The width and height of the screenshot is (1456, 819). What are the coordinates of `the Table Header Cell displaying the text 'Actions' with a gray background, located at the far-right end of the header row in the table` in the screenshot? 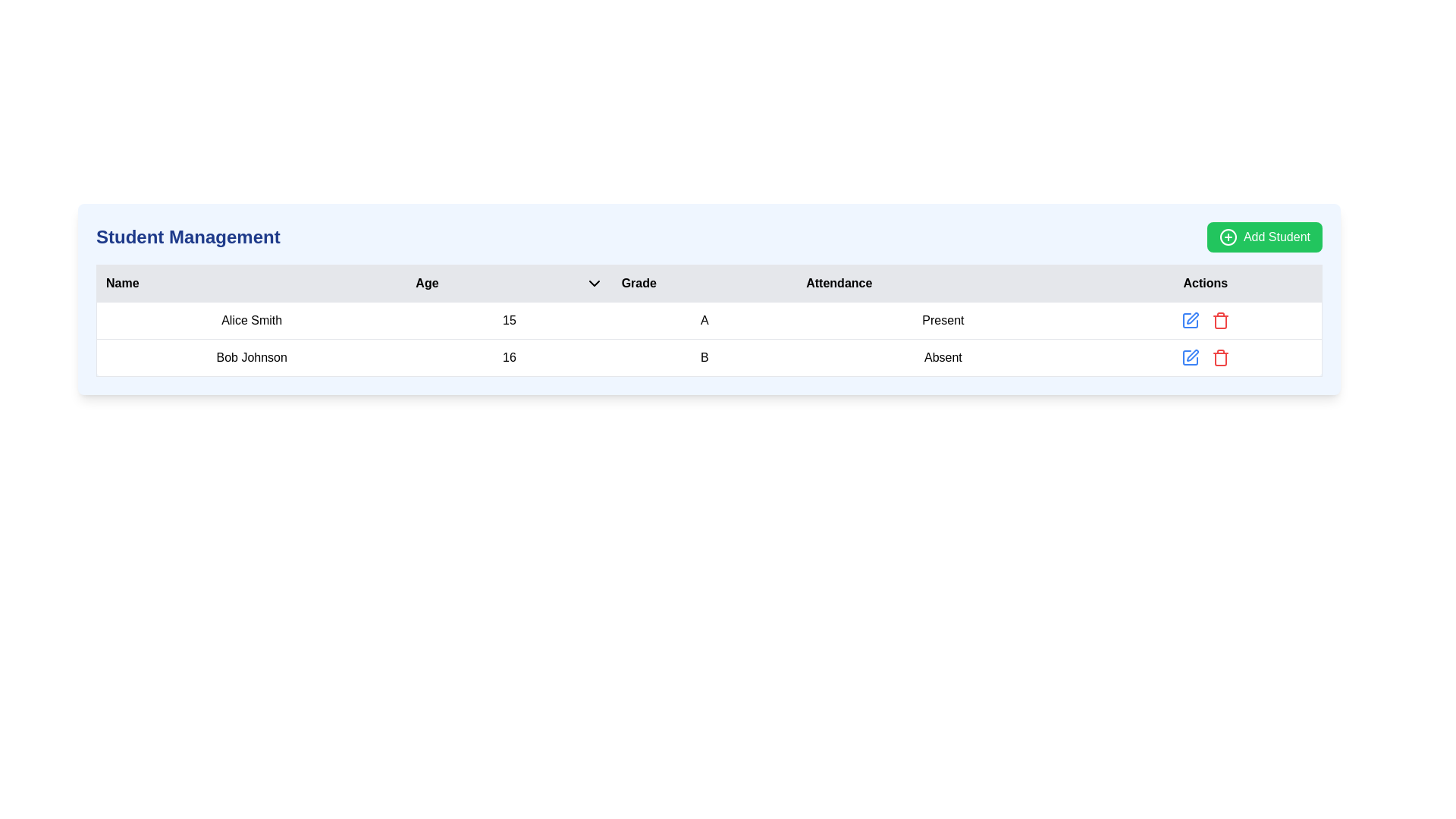 It's located at (1204, 284).